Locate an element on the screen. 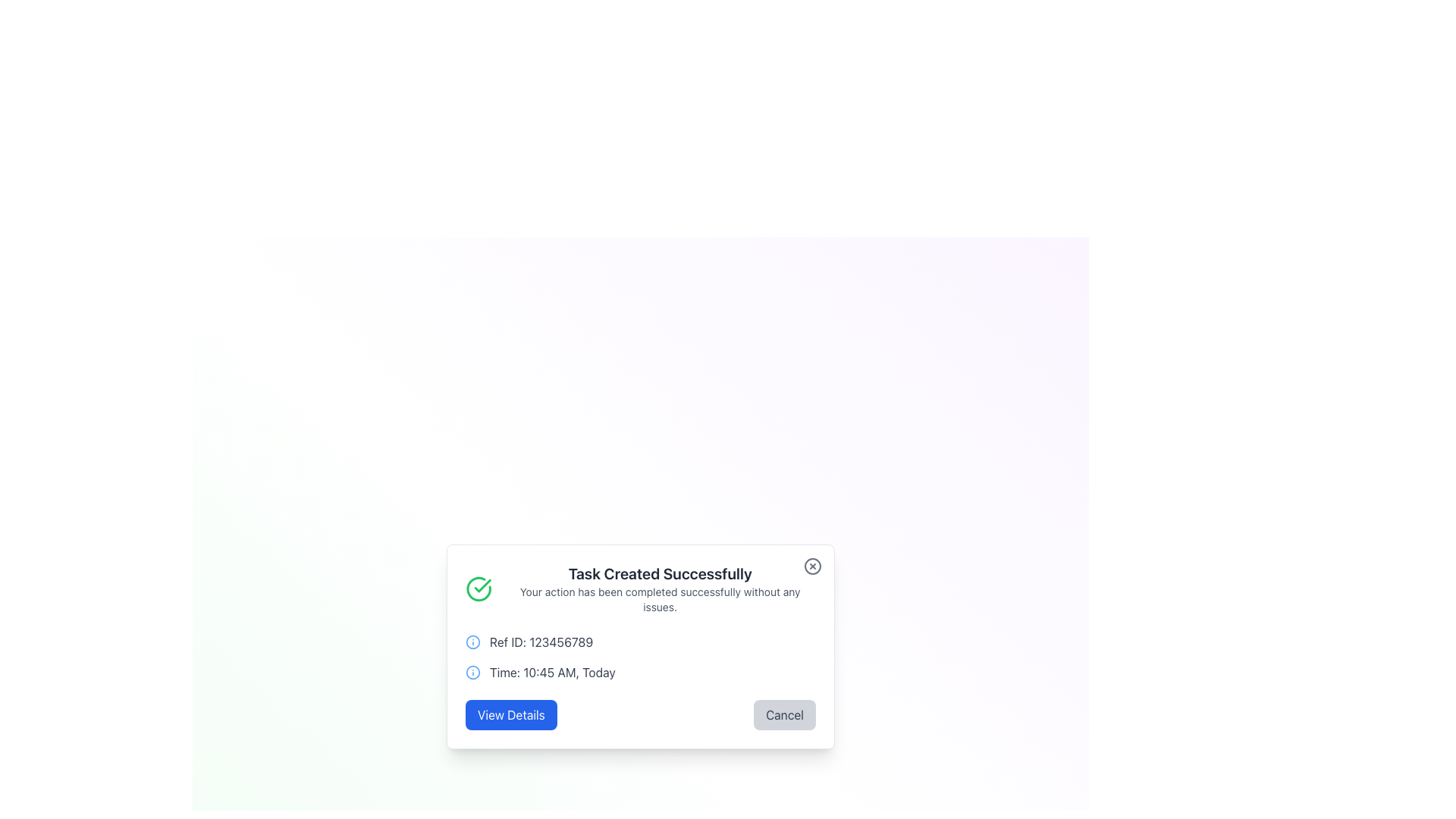  the static text displaying 'Your action has been completed successfully without any issues.' which is located below the header 'Task Created Successfully' in the dialog box is located at coordinates (660, 598).